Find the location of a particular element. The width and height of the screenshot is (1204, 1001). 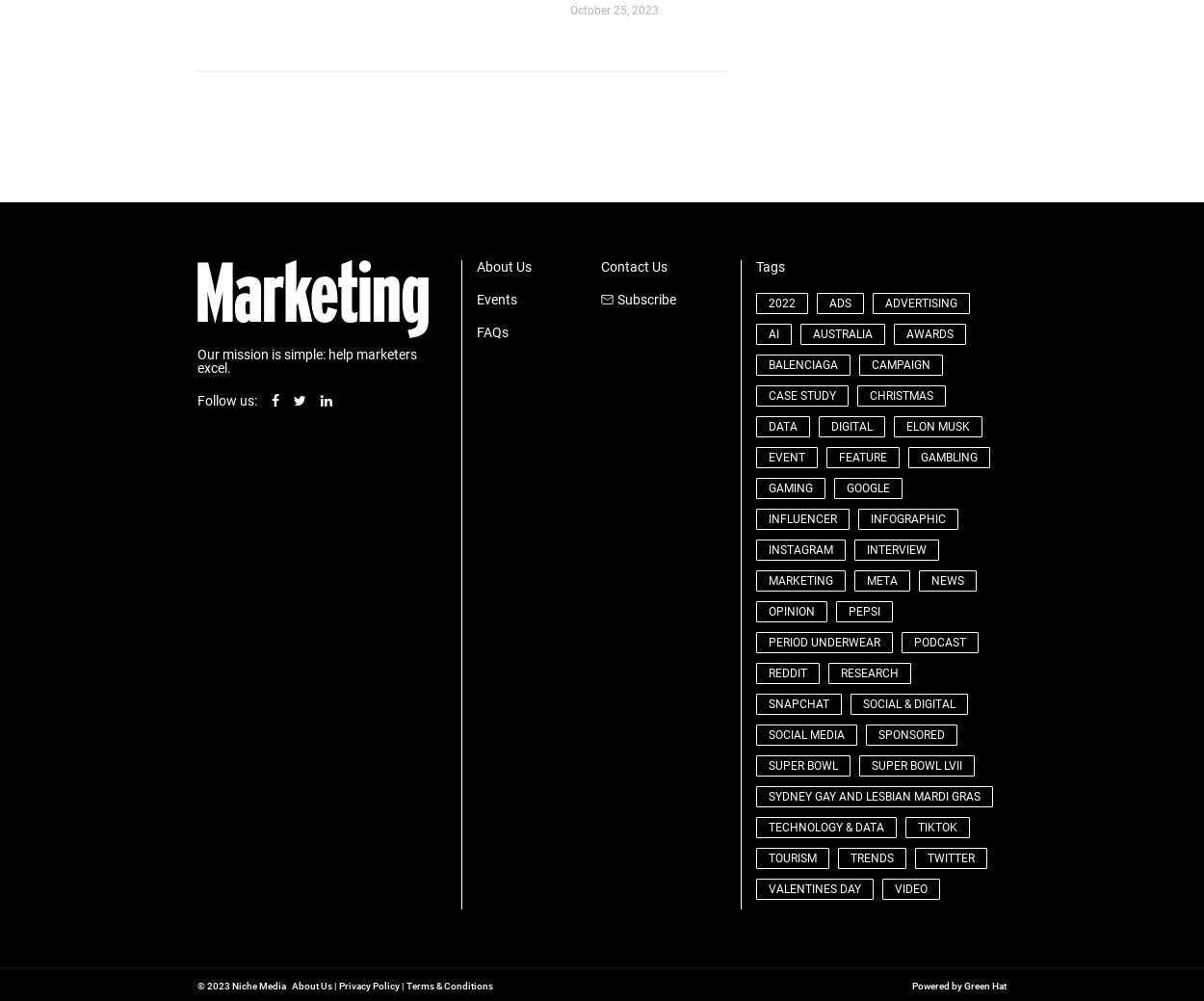

'Infographic' is located at coordinates (906, 517).